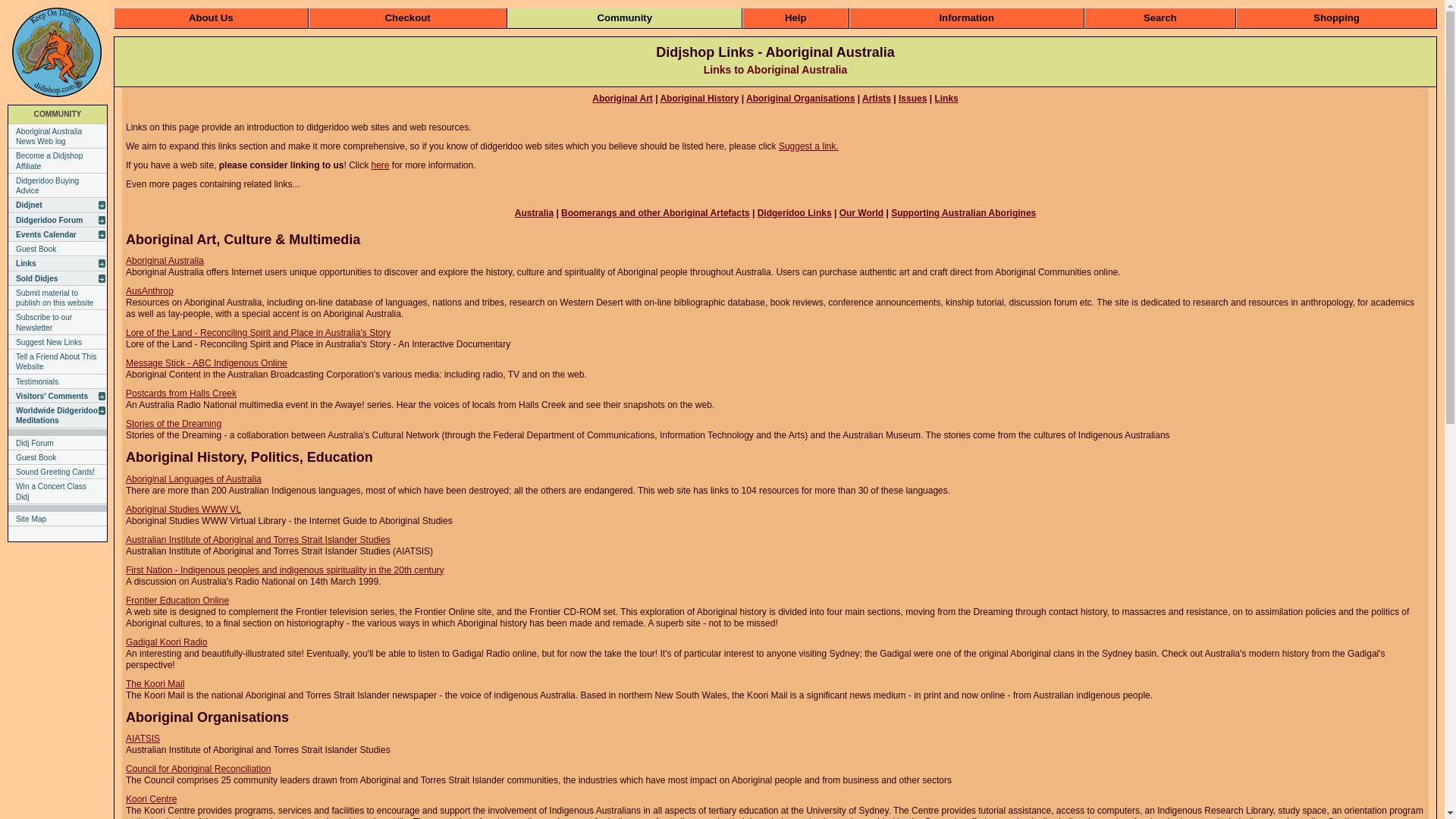 This screenshot has height=819, width=1456. Describe the element at coordinates (962, 213) in the screenshot. I see `'Supporting Australian Aborigines'` at that location.